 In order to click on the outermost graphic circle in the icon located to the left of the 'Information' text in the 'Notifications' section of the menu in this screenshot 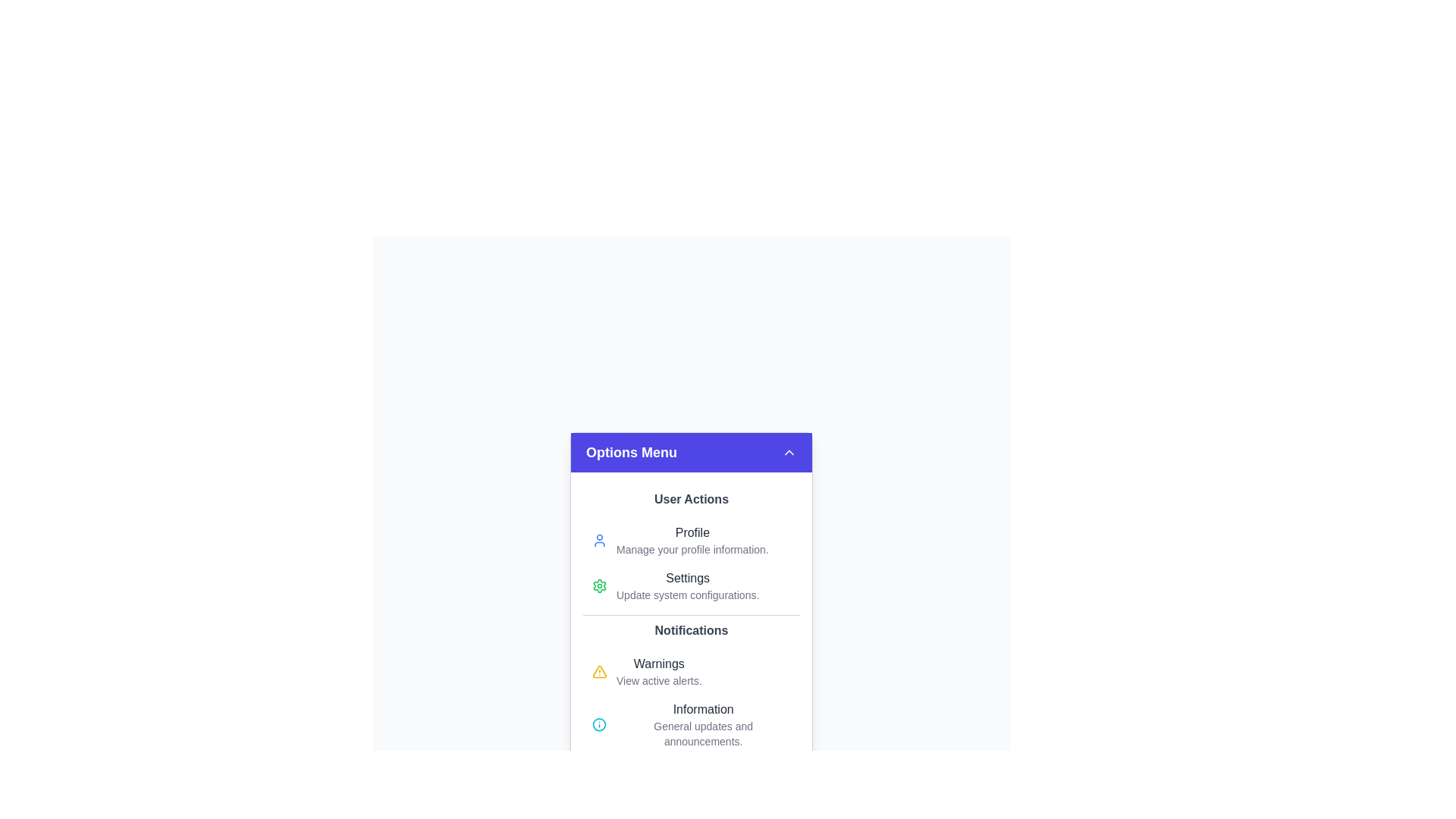, I will do `click(598, 724)`.